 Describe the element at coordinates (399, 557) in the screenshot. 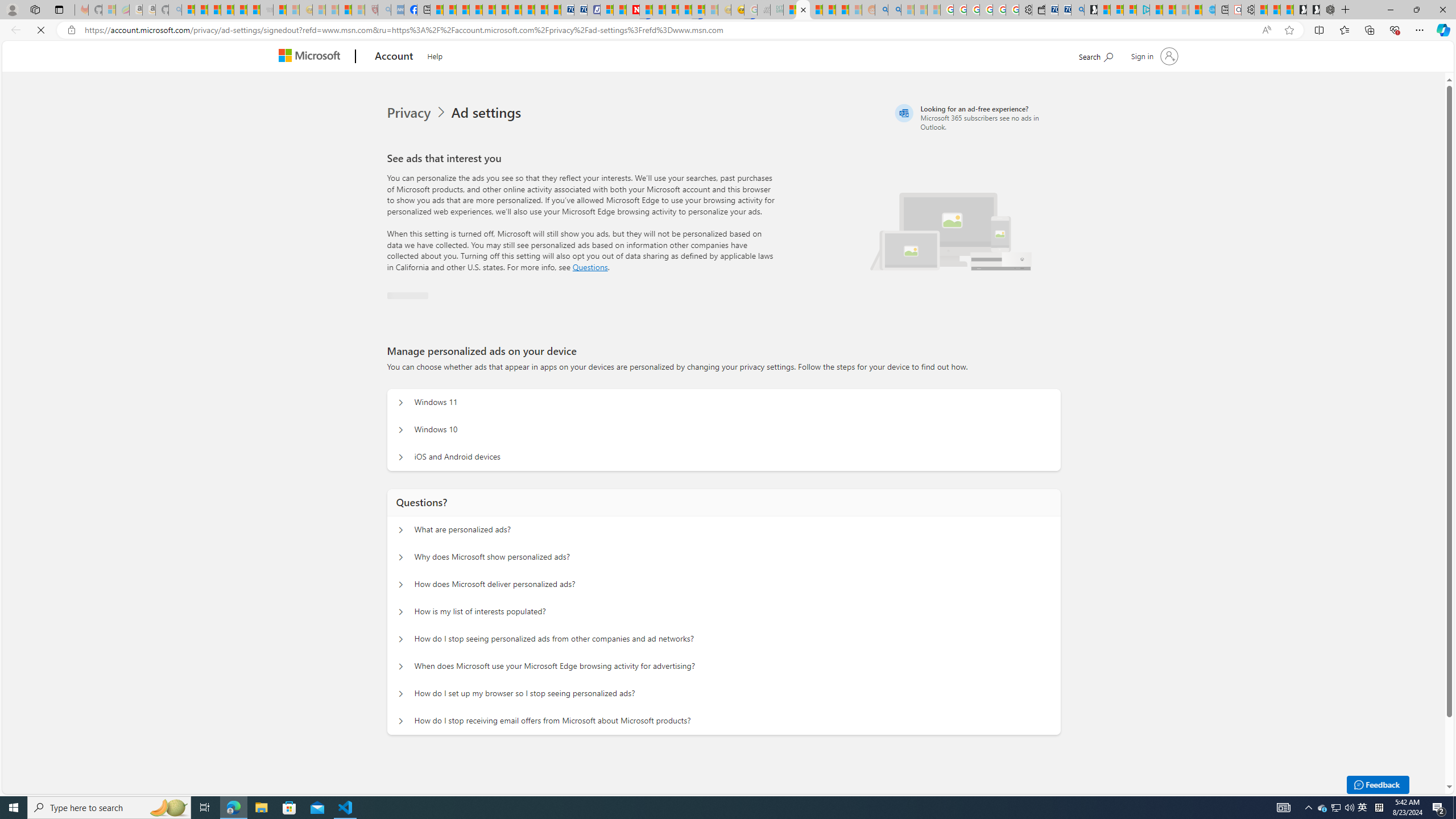

I see `'Questions? Why does Microsoft show personalized ads?'` at that location.